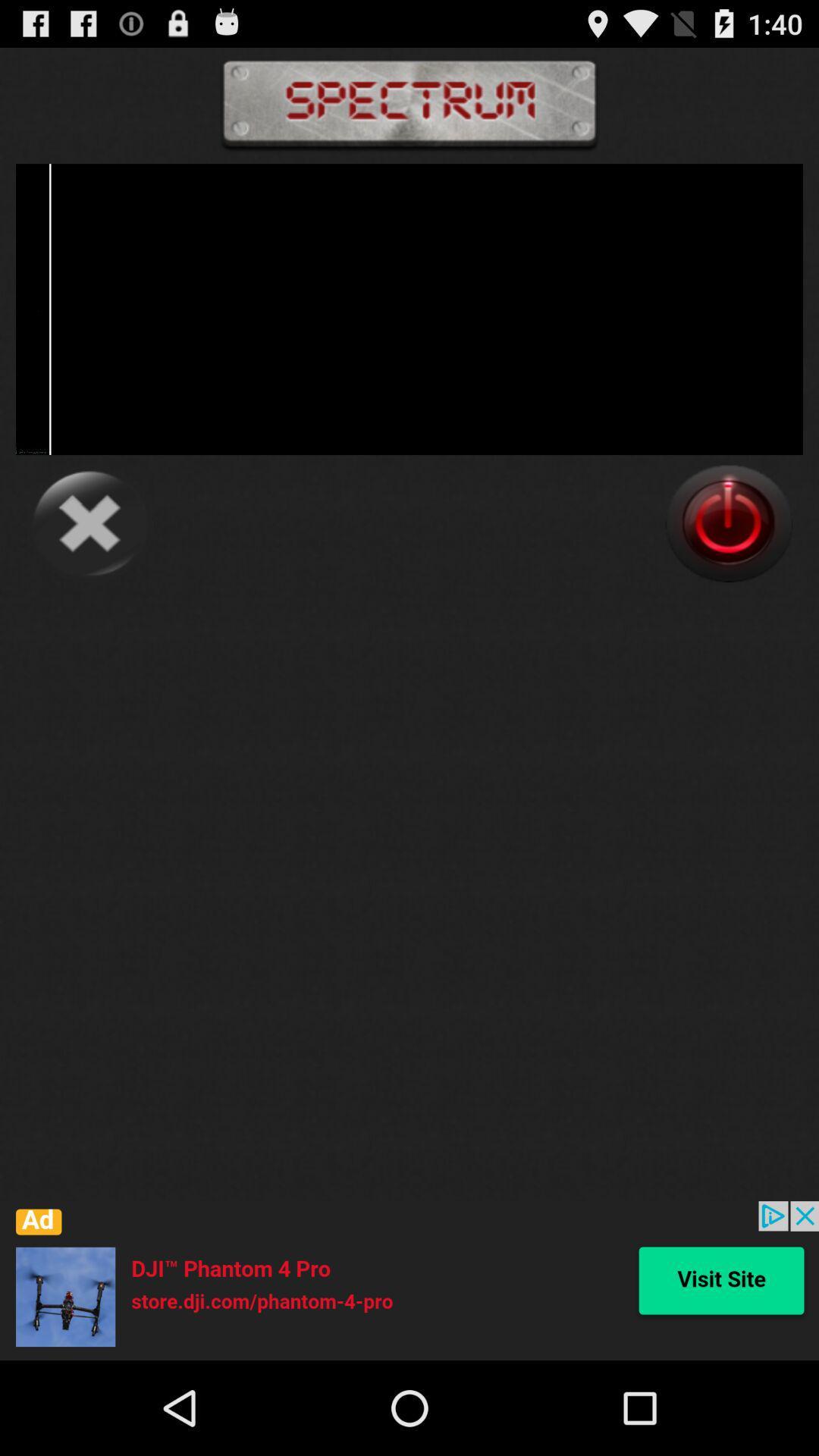  I want to click on cancel, so click(89, 523).